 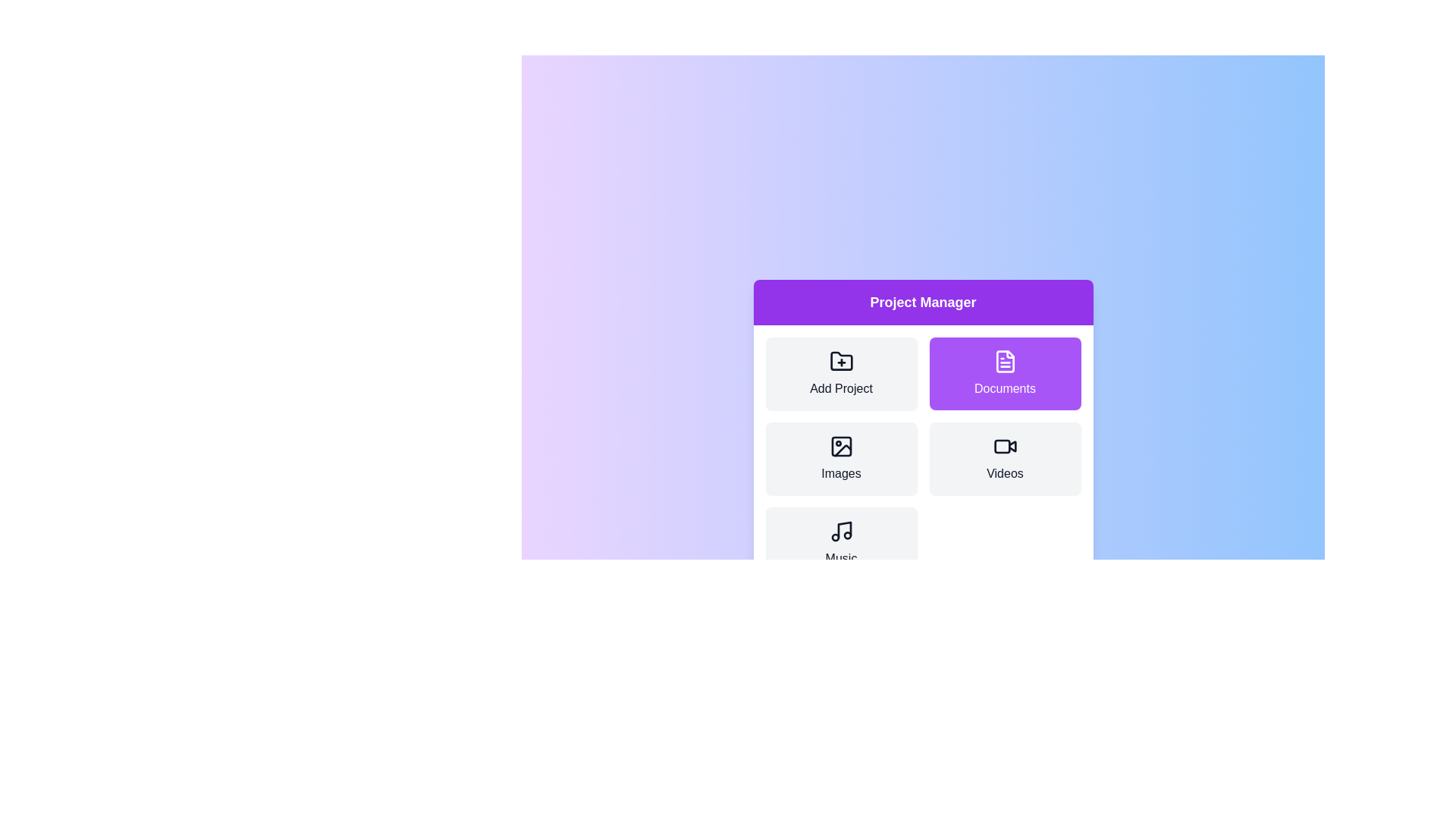 What do you see at coordinates (1005, 374) in the screenshot?
I see `the category Documents to inspect the visual feedback` at bounding box center [1005, 374].